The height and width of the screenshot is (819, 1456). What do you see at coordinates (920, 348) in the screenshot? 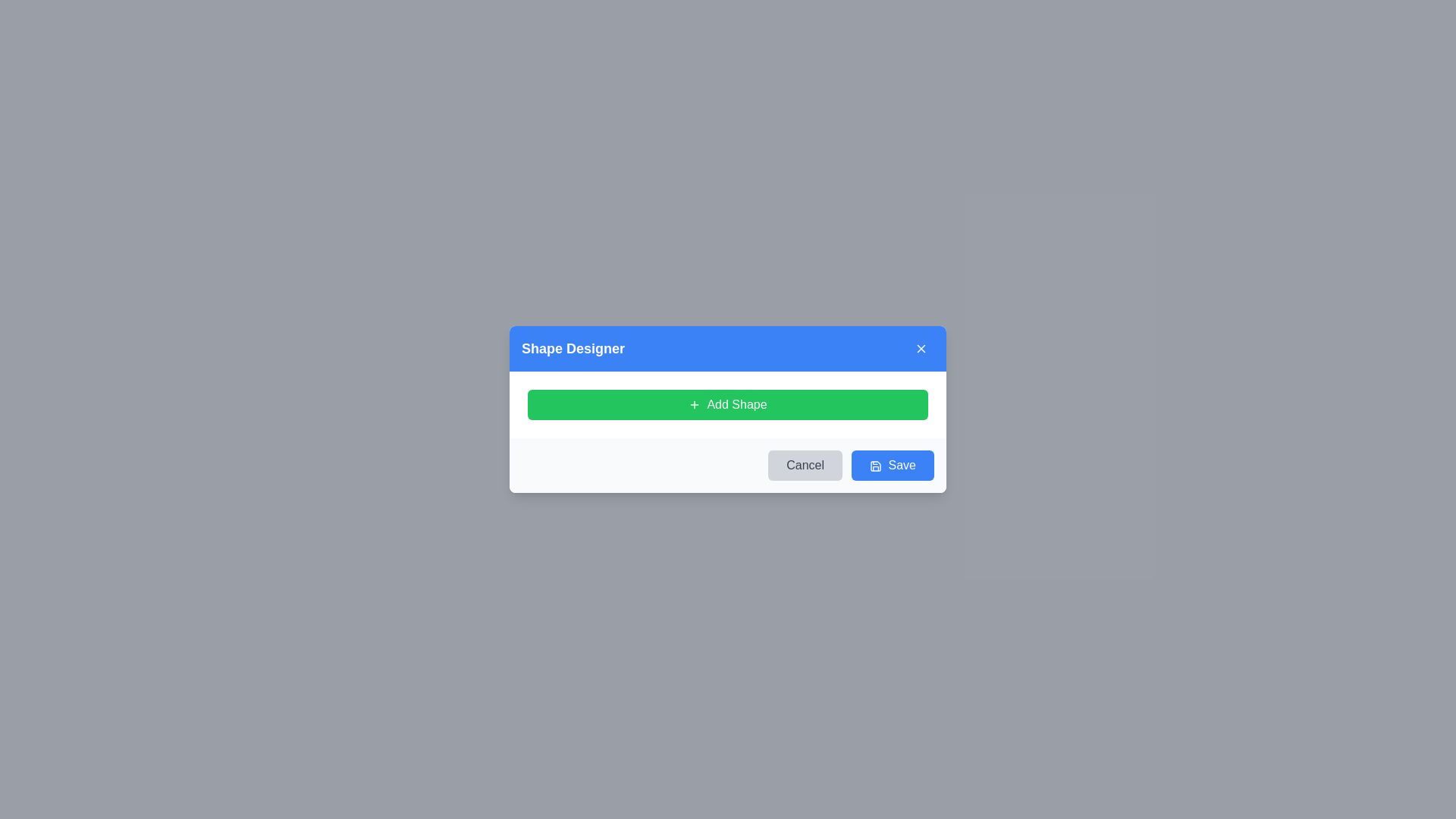
I see `the close icon located in the top right corner of the blue title bar of the 'Shape Designer' dialog` at bounding box center [920, 348].